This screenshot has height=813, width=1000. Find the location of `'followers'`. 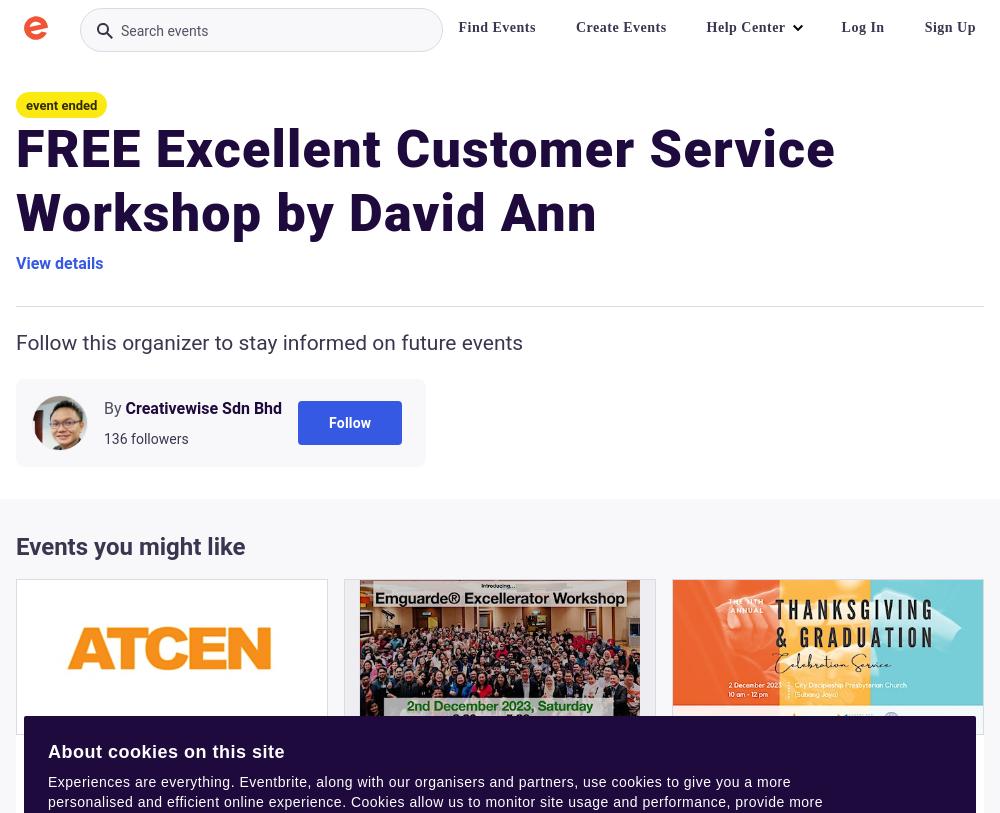

'followers' is located at coordinates (159, 439).